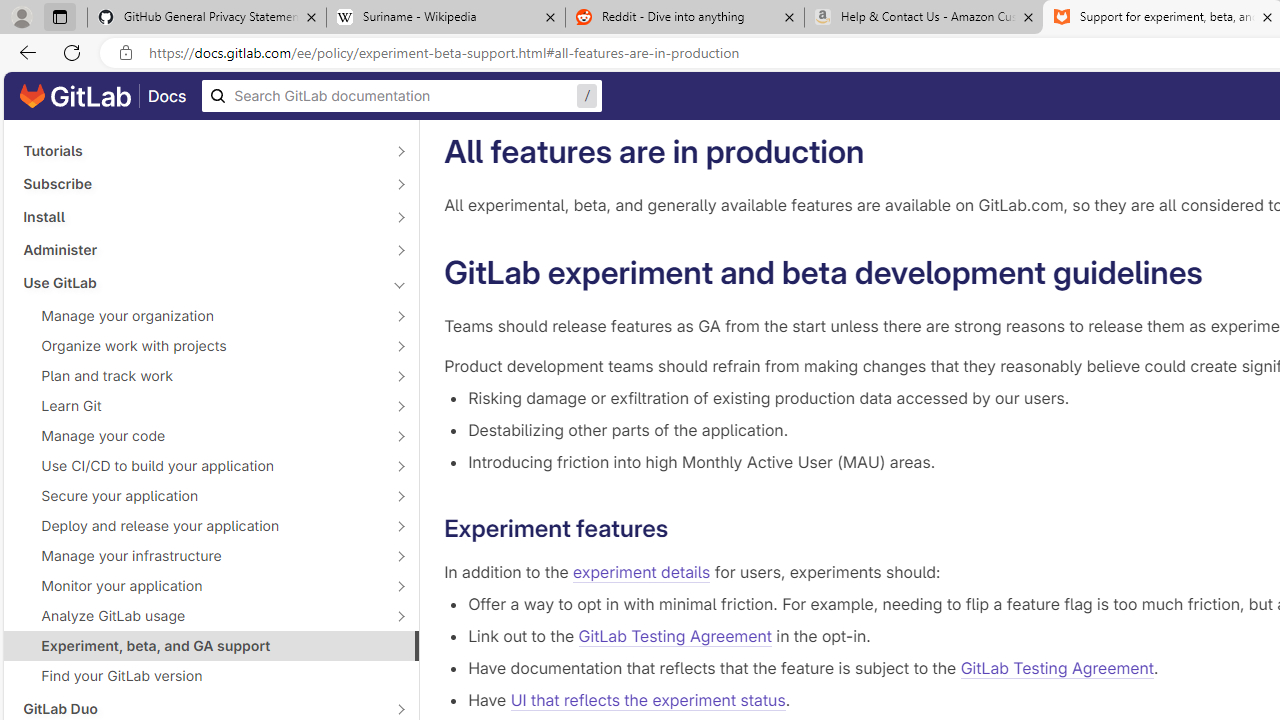 This screenshot has height=720, width=1280. What do you see at coordinates (200, 524) in the screenshot?
I see `'Deploy and release your application'` at bounding box center [200, 524].